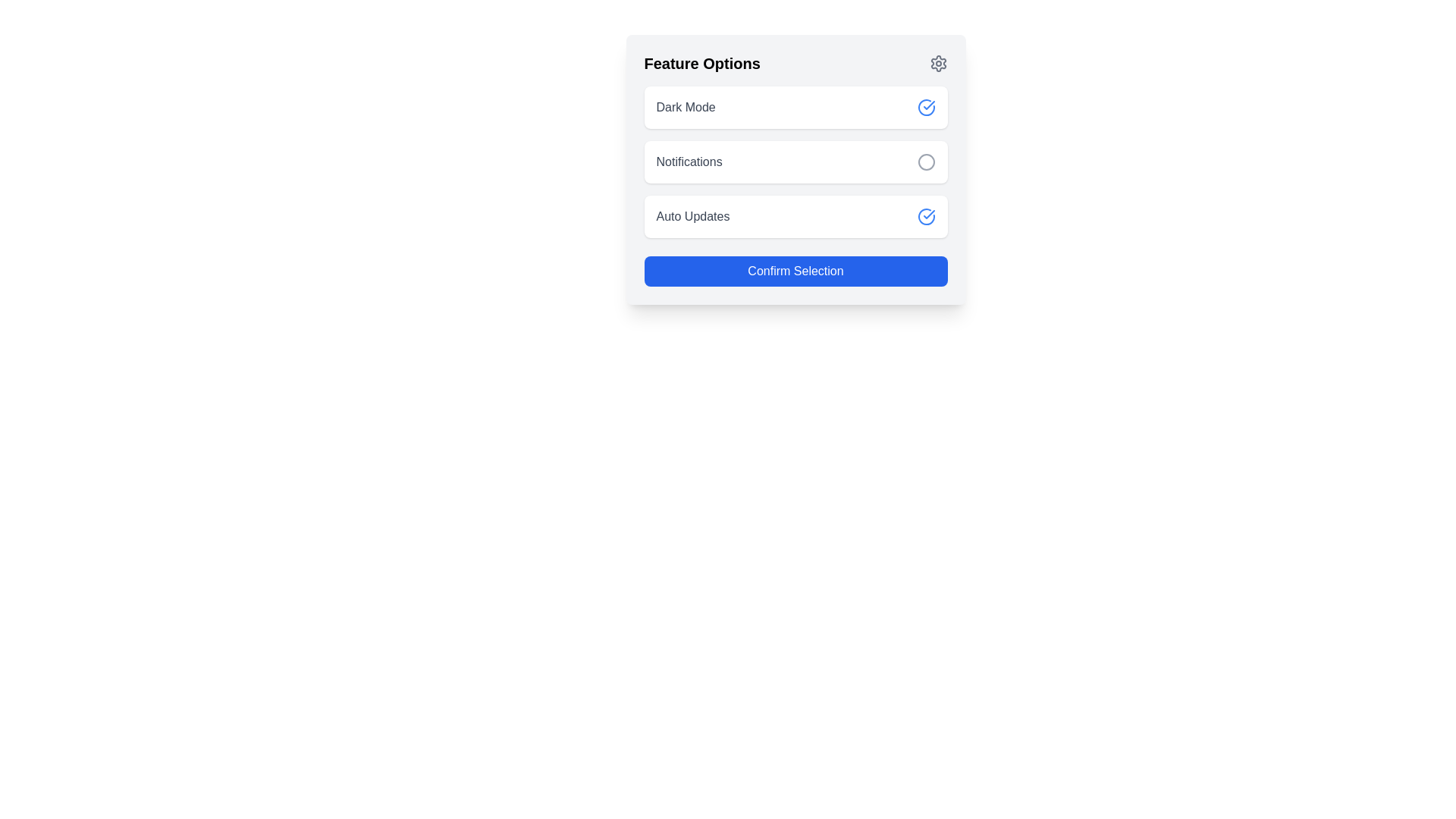 Image resolution: width=1456 pixels, height=819 pixels. What do you see at coordinates (925, 107) in the screenshot?
I see `the Dark Mode activation icon located to the right of the 'Dark Mode' text, which indicates the selection state of the feature` at bounding box center [925, 107].